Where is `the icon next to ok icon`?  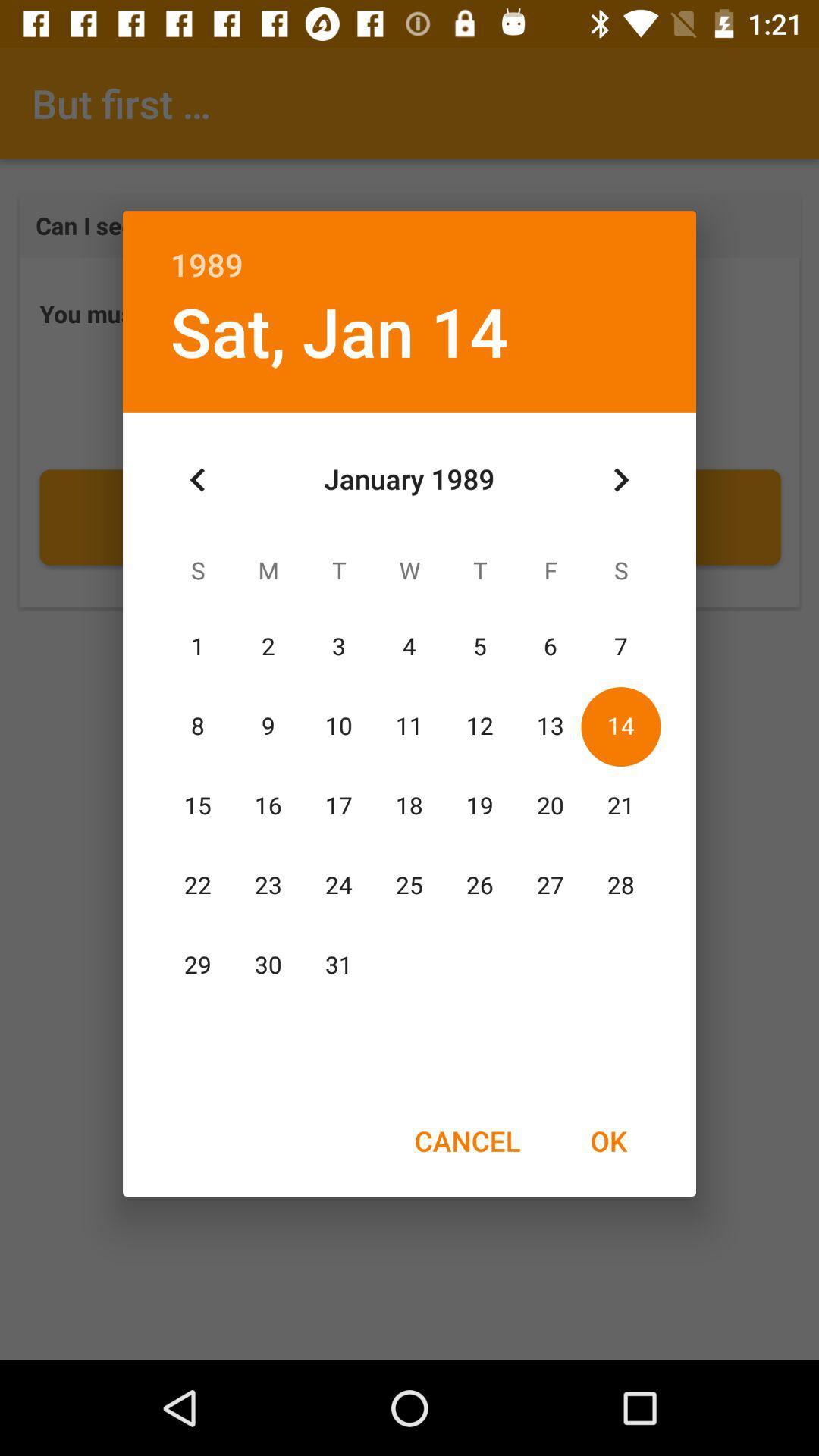 the icon next to ok icon is located at coordinates (466, 1141).